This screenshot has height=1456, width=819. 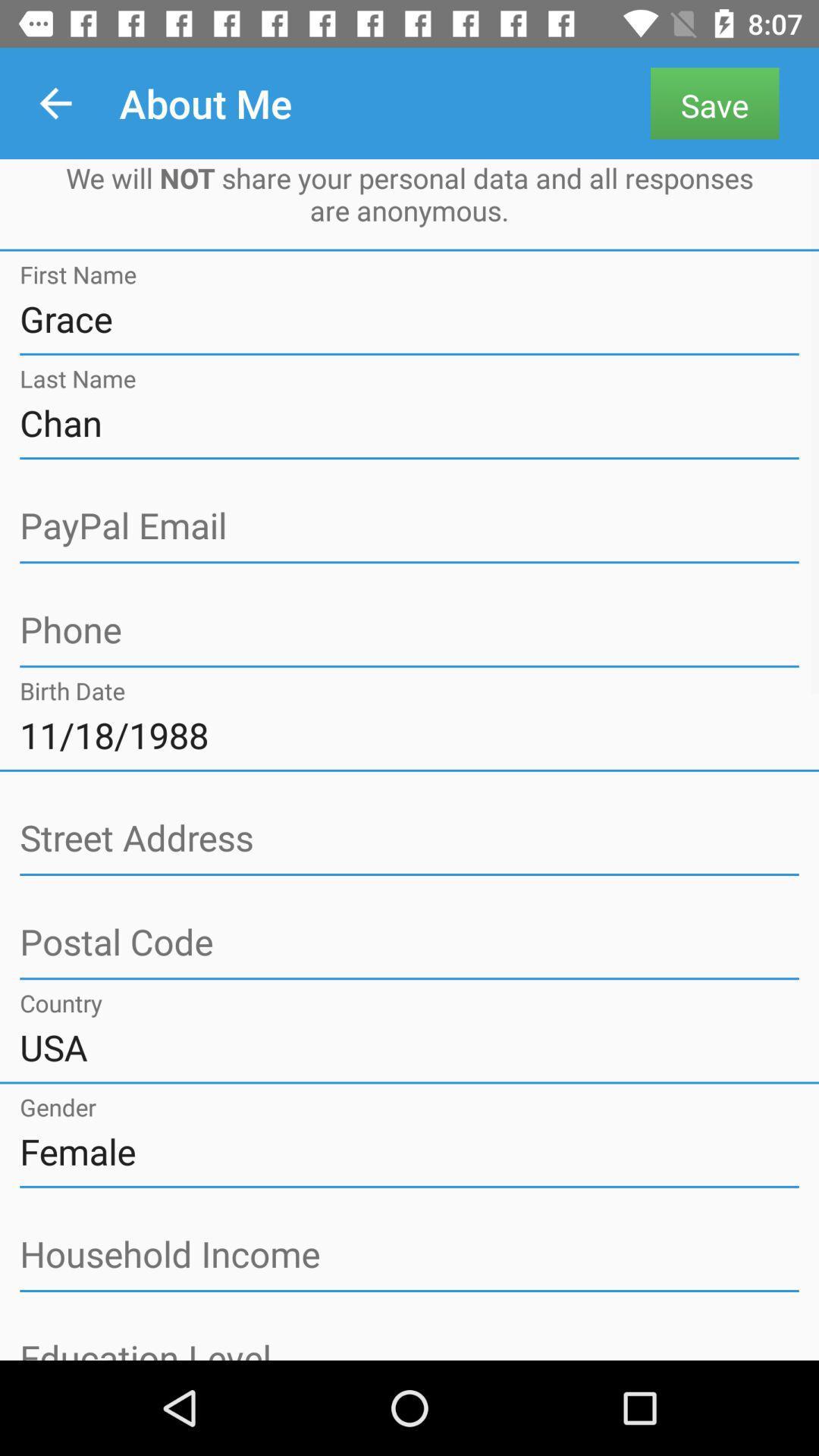 I want to click on postal code, so click(x=409, y=942).